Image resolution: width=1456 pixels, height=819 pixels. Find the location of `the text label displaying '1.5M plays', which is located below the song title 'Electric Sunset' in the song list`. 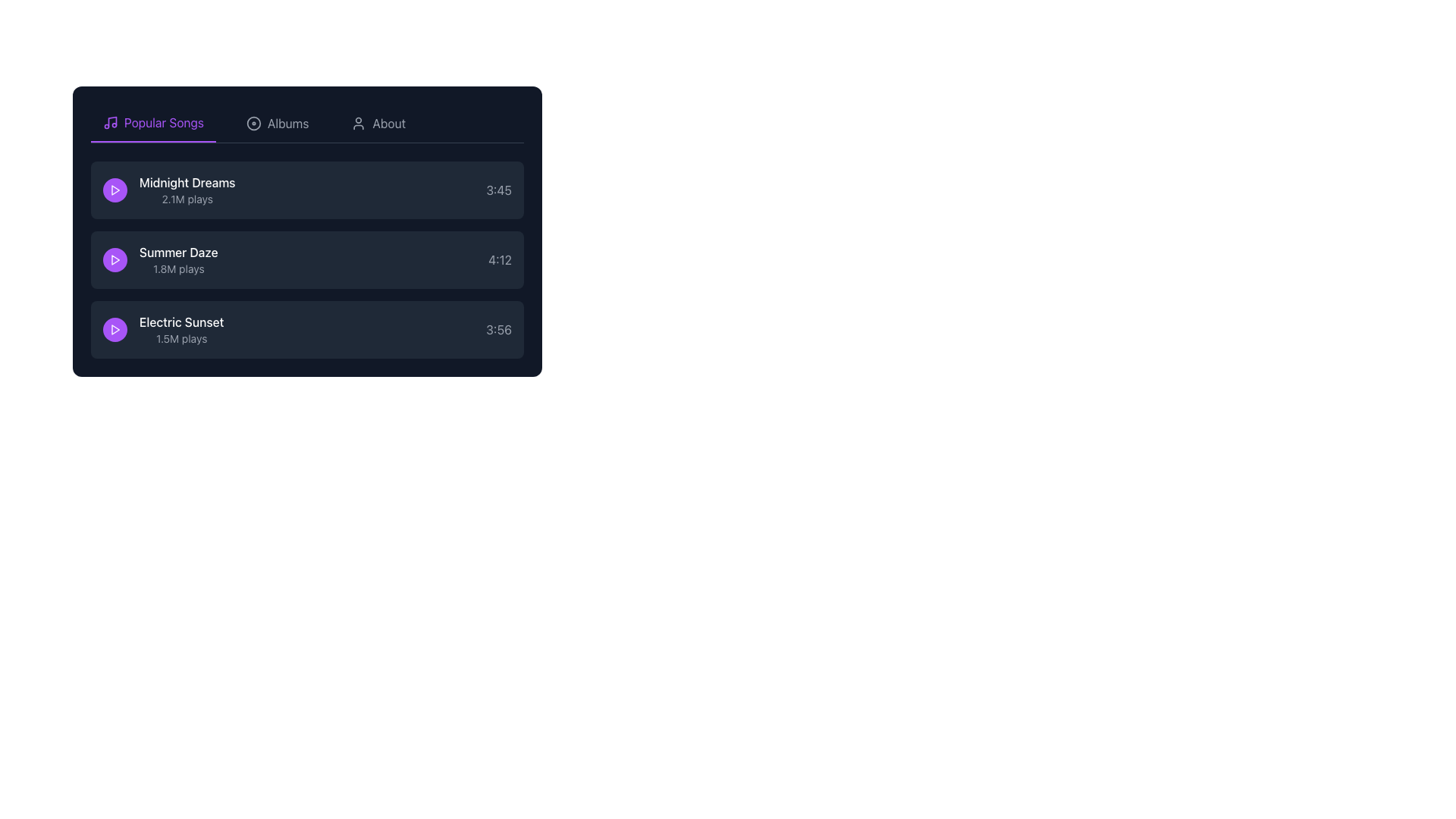

the text label displaying '1.5M plays', which is located below the song title 'Electric Sunset' in the song list is located at coordinates (181, 338).